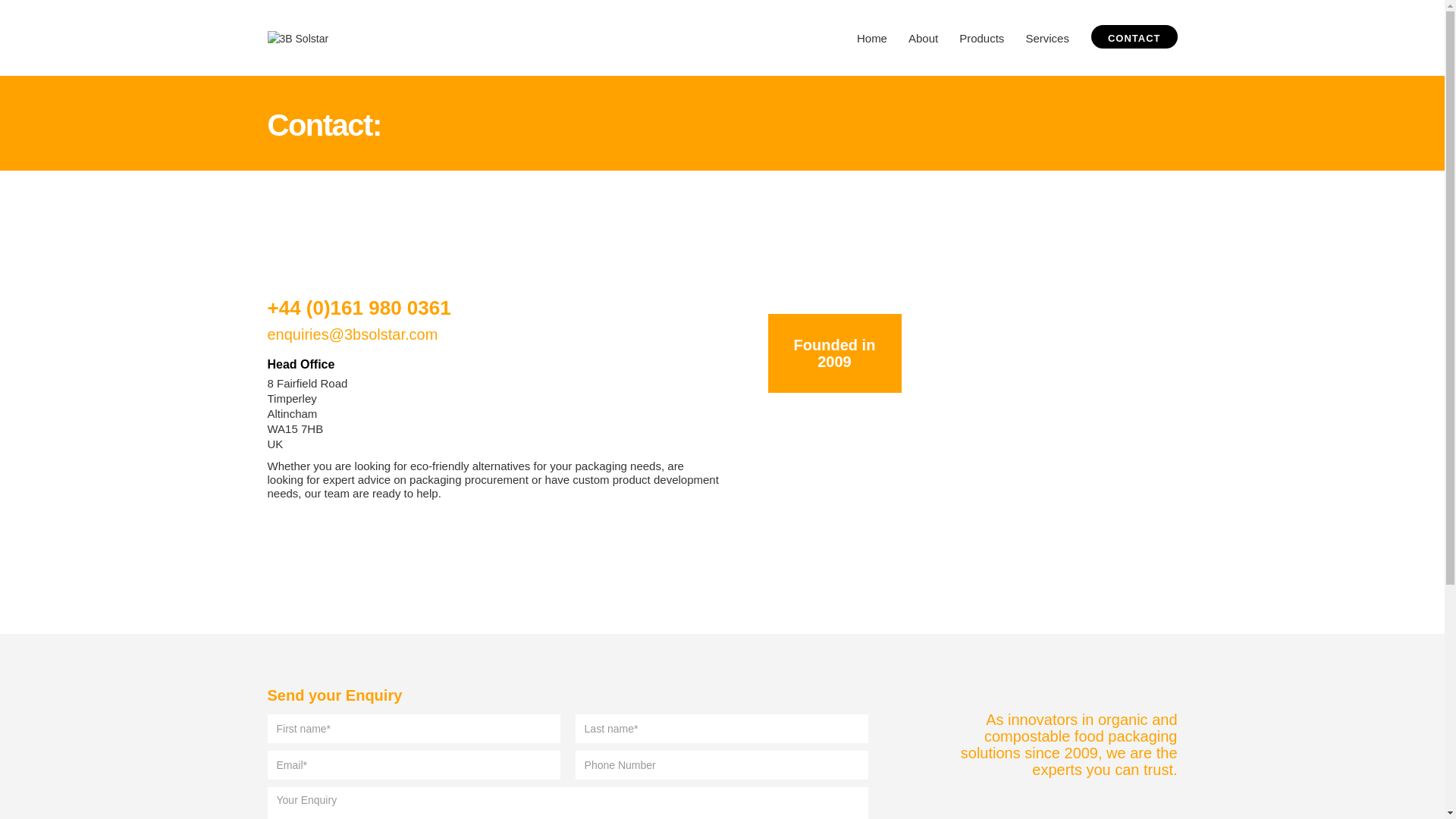 This screenshot has width=1456, height=819. I want to click on 'Home', so click(872, 37).